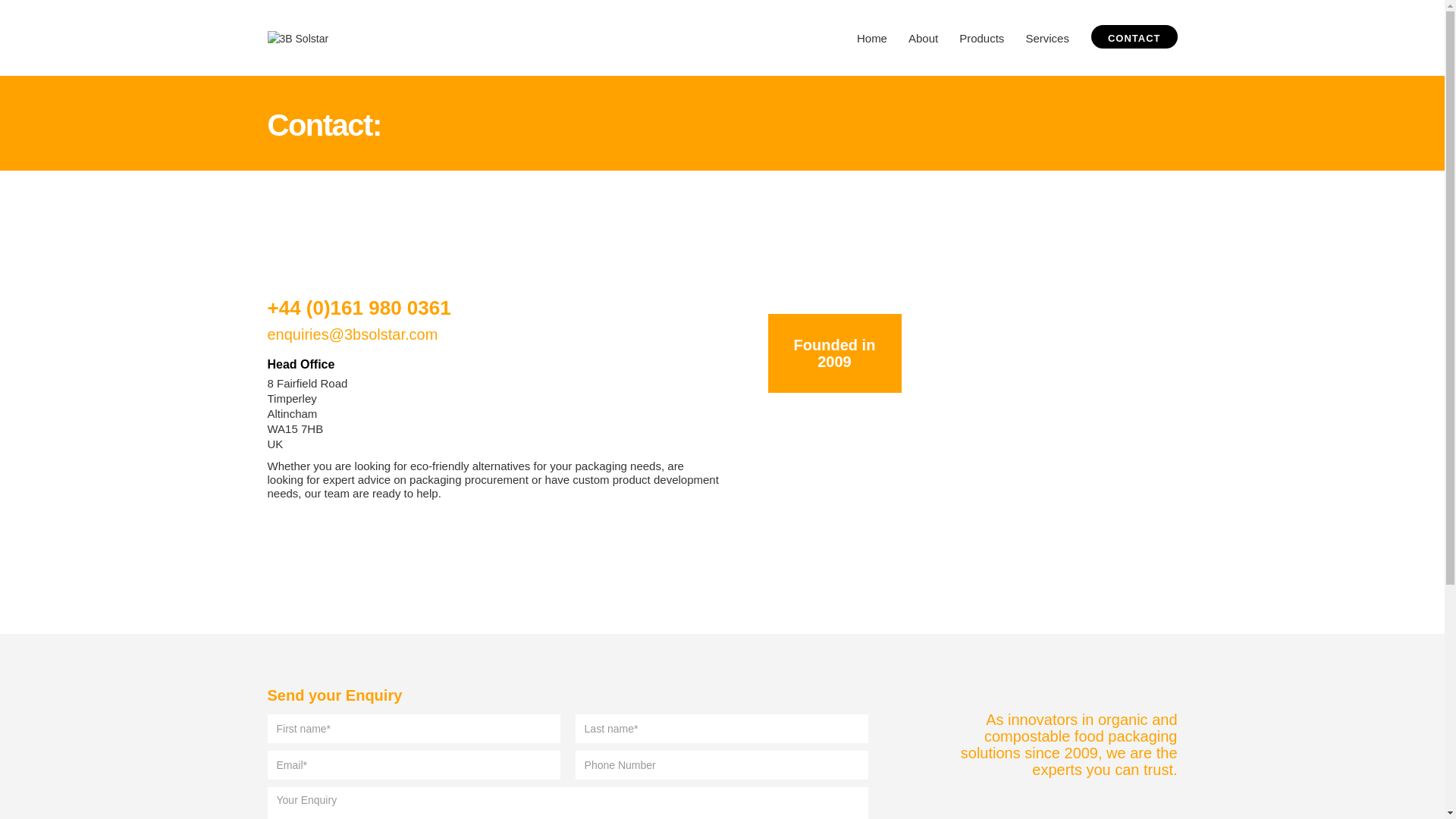 This screenshot has width=1456, height=819. I want to click on 'Home', so click(872, 37).